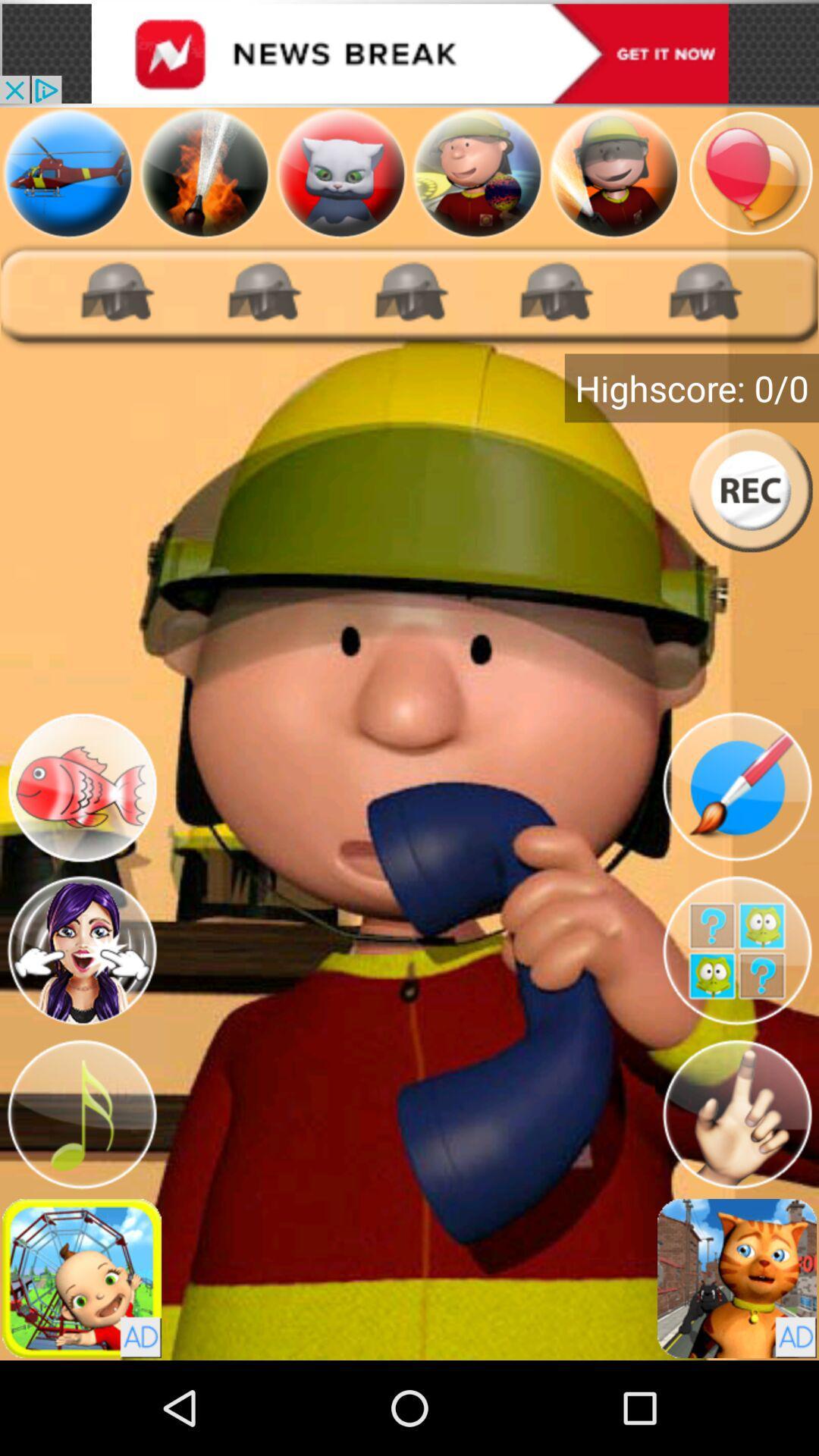  What do you see at coordinates (409, 53) in the screenshot?
I see `advertisement link to different site` at bounding box center [409, 53].